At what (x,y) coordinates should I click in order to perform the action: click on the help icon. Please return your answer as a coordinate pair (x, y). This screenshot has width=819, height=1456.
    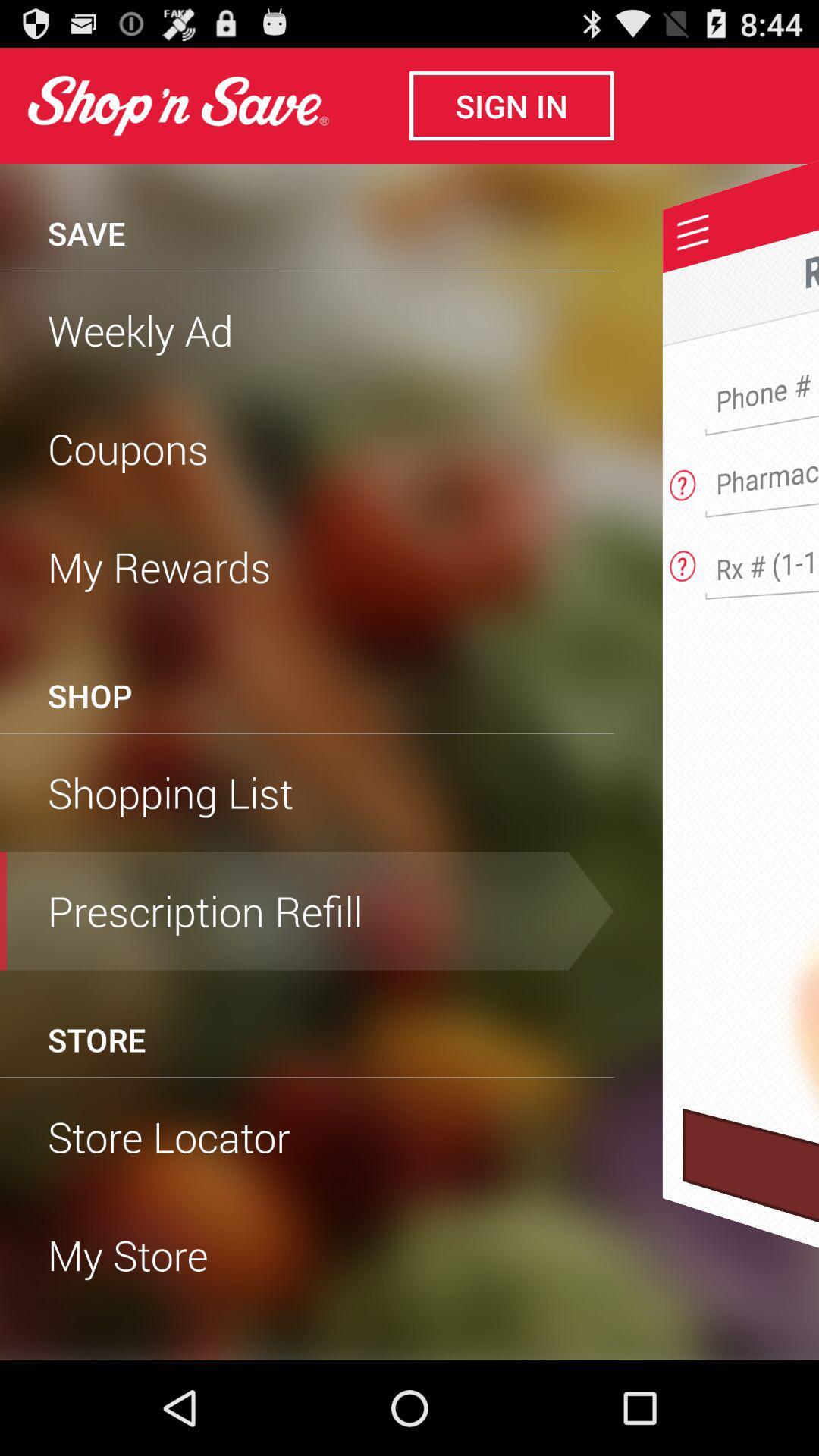
    Looking at the image, I should click on (682, 515).